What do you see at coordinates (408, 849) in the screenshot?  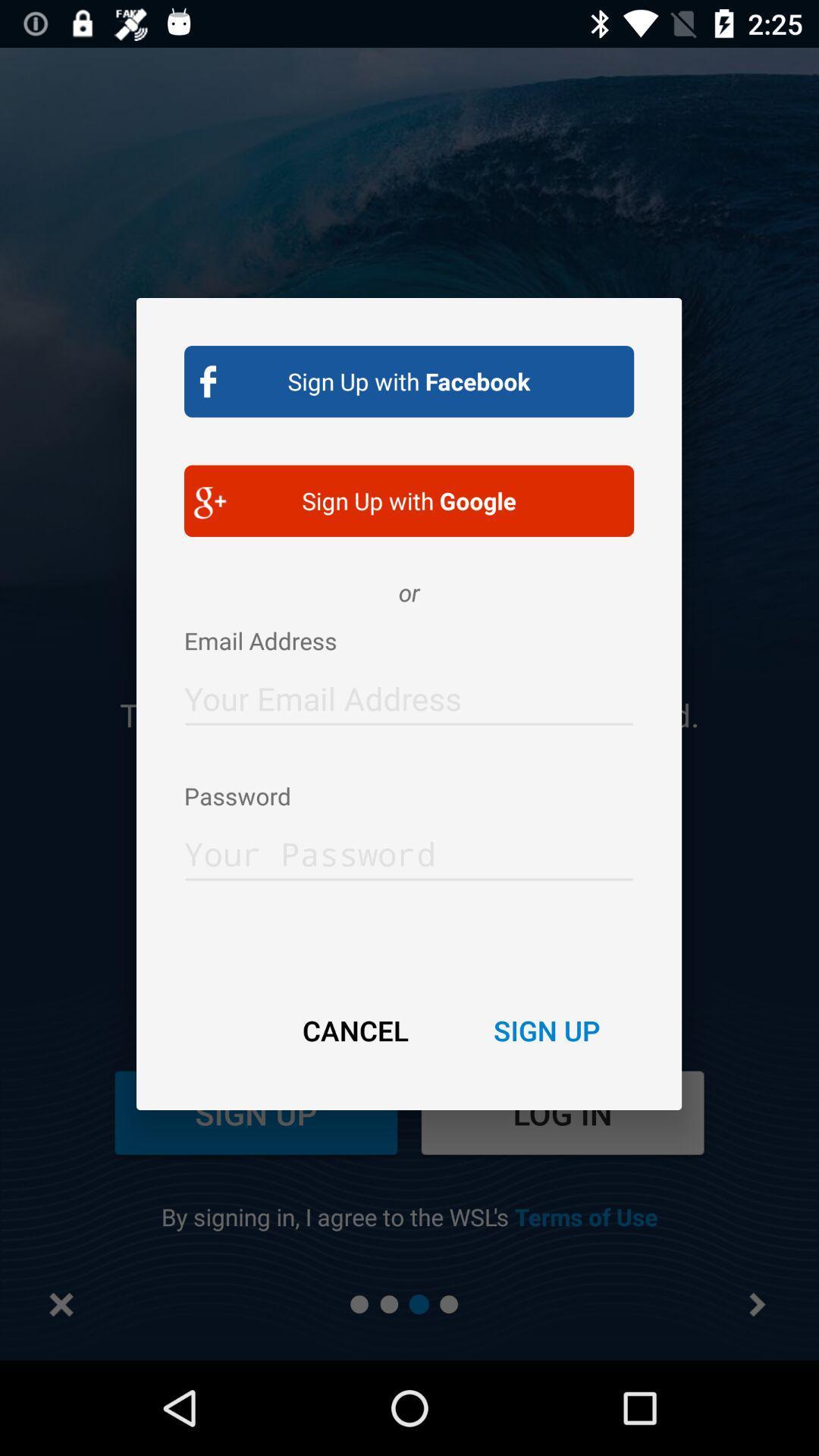 I see `type your password` at bounding box center [408, 849].